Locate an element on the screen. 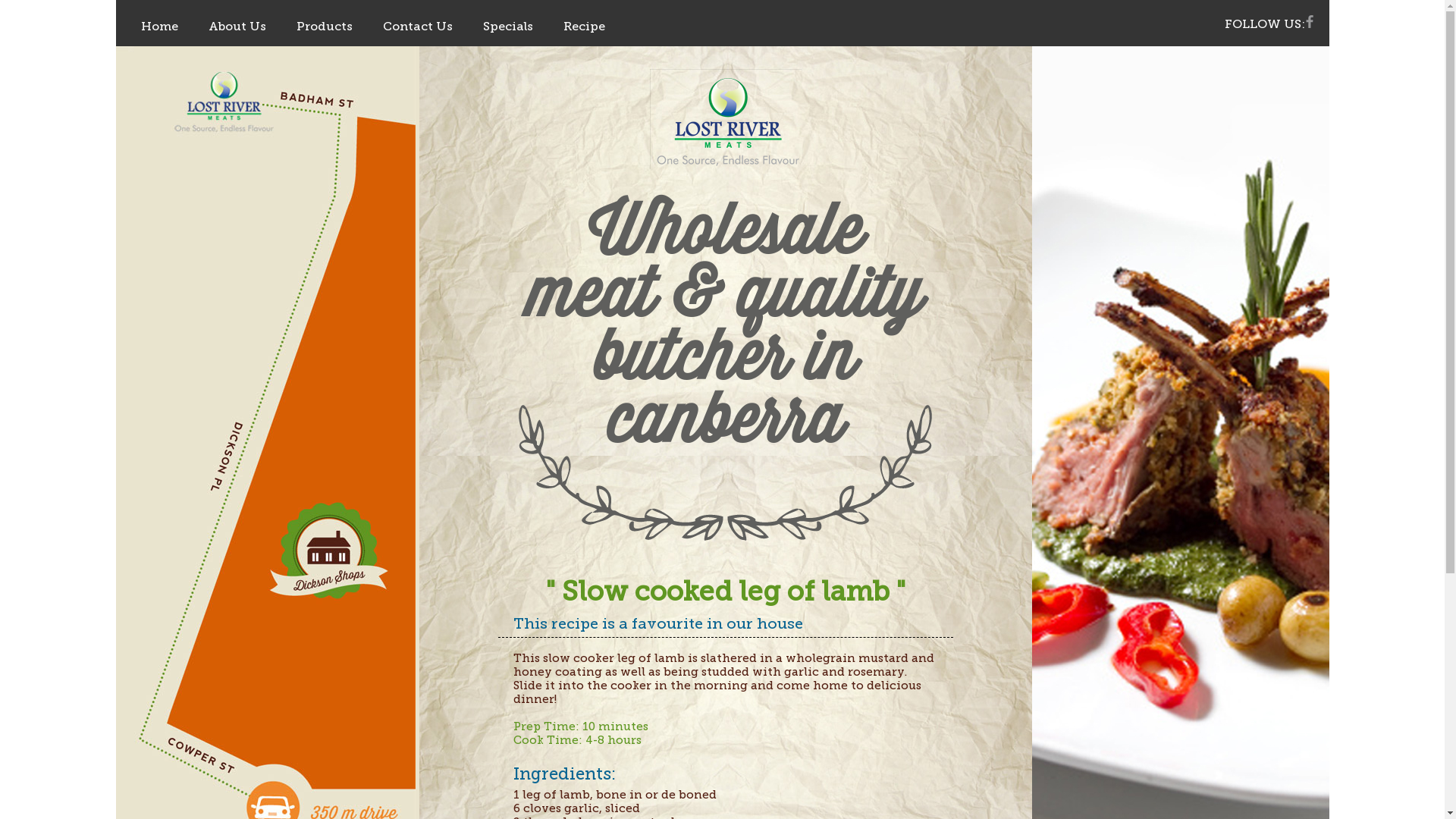 The width and height of the screenshot is (1456, 819). 'Products' is located at coordinates (323, 26).